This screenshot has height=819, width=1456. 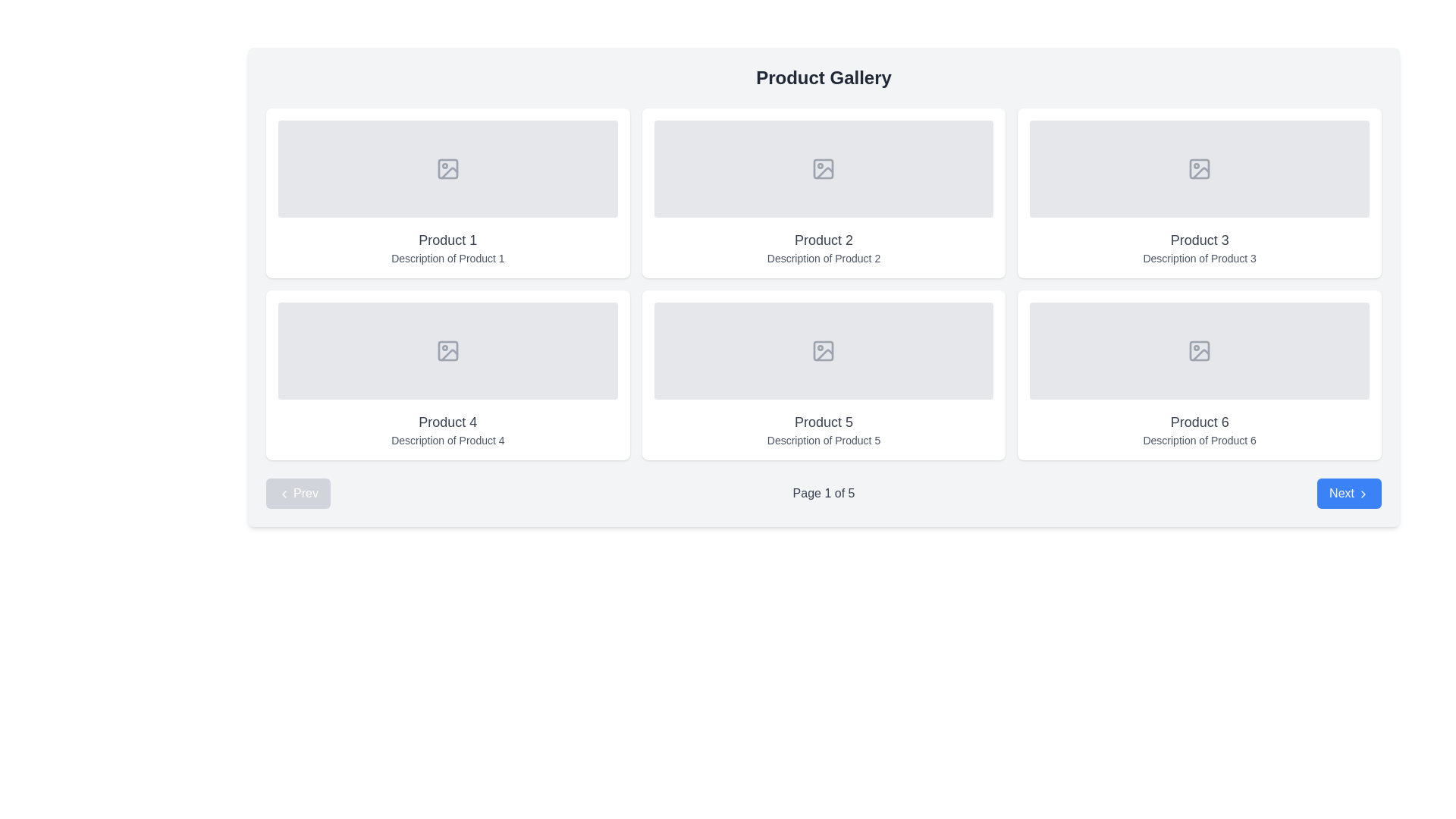 I want to click on the 'Next' button located at the bottom-right of the interface, so click(x=1349, y=494).